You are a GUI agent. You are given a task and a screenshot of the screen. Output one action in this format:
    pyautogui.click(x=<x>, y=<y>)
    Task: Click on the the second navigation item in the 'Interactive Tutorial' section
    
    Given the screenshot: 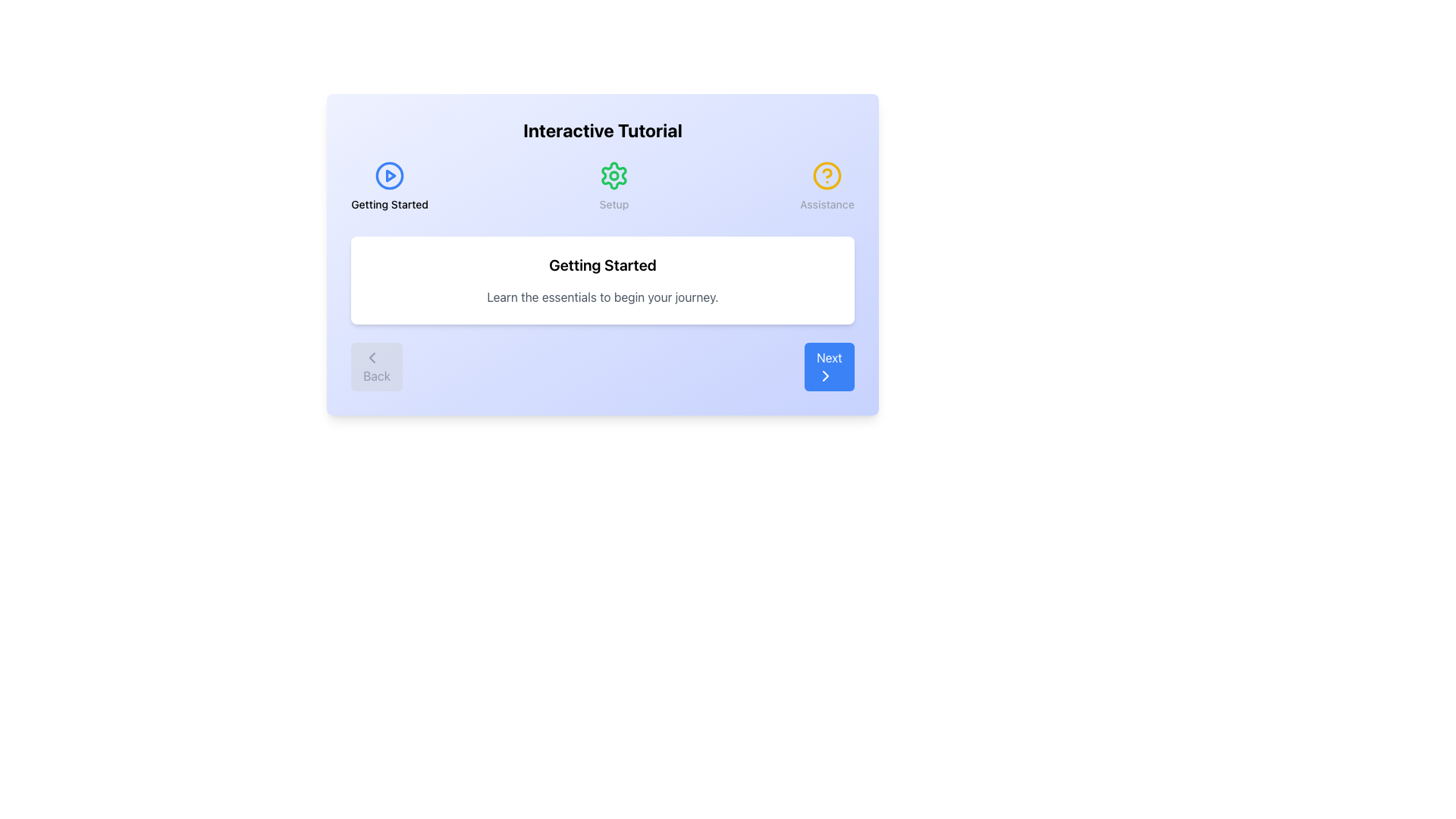 What is the action you would take?
    pyautogui.click(x=602, y=186)
    